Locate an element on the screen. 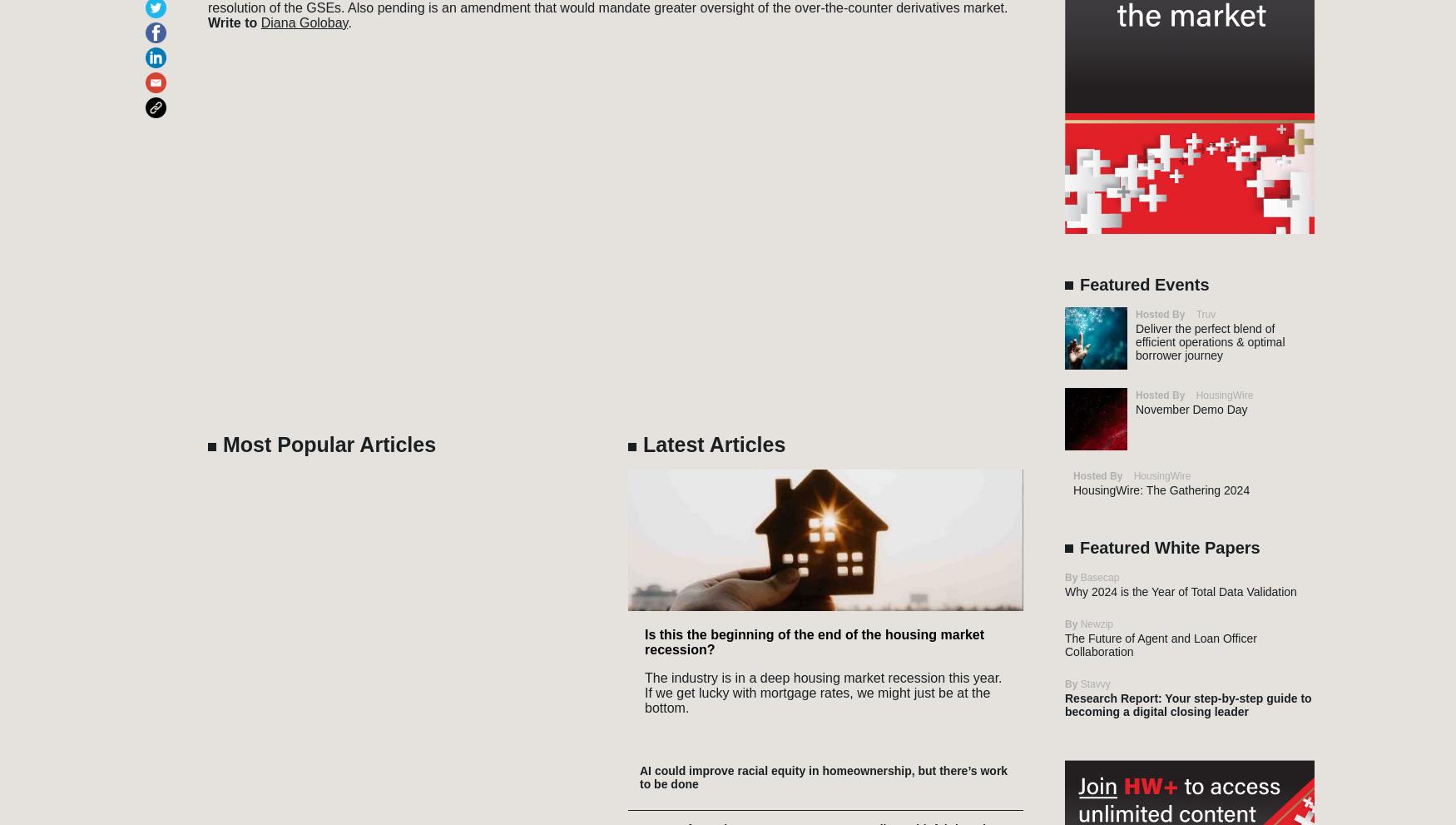 The image size is (1456, 825). 'HW Content Solutions' is located at coordinates (818, 680).